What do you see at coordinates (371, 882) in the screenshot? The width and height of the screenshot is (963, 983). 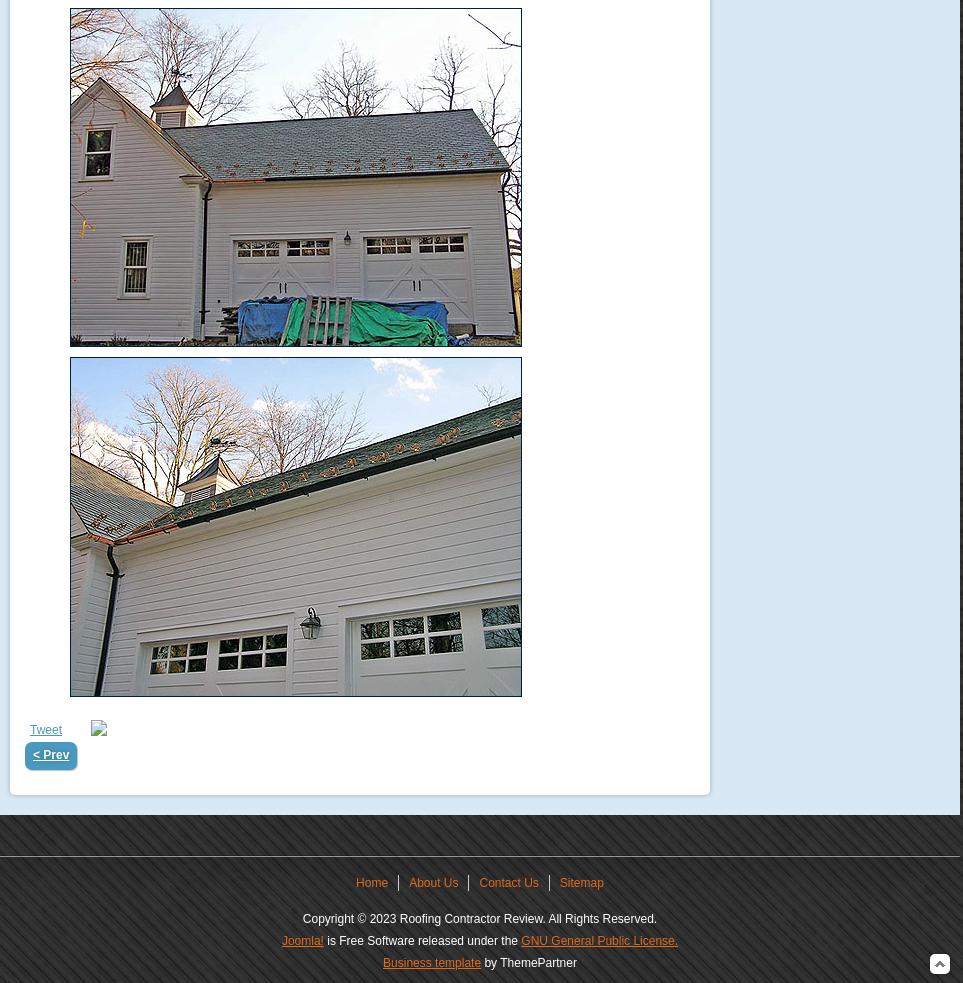 I see `'Home'` at bounding box center [371, 882].